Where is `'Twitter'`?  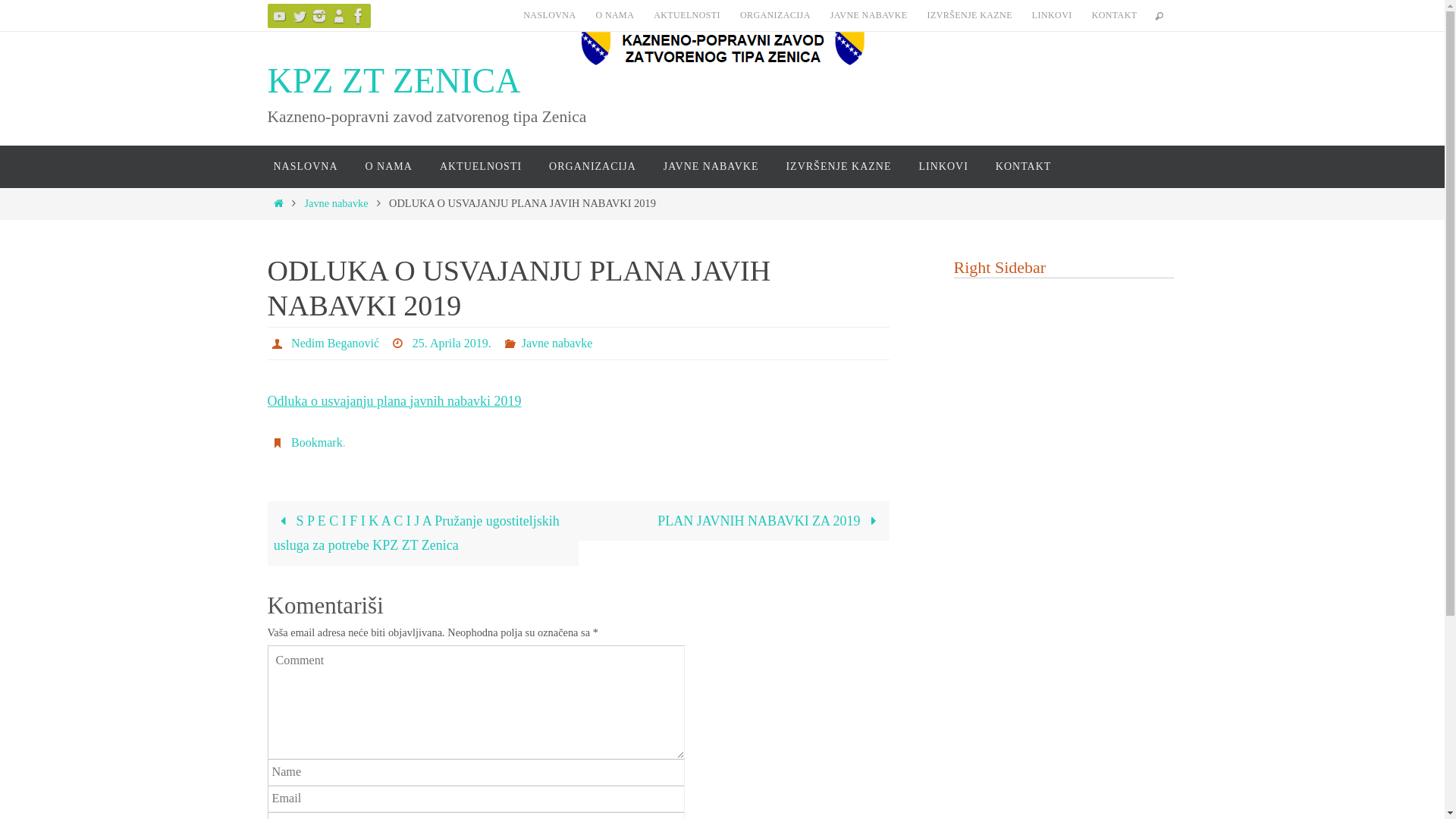 'Twitter' is located at coordinates (287, 15).